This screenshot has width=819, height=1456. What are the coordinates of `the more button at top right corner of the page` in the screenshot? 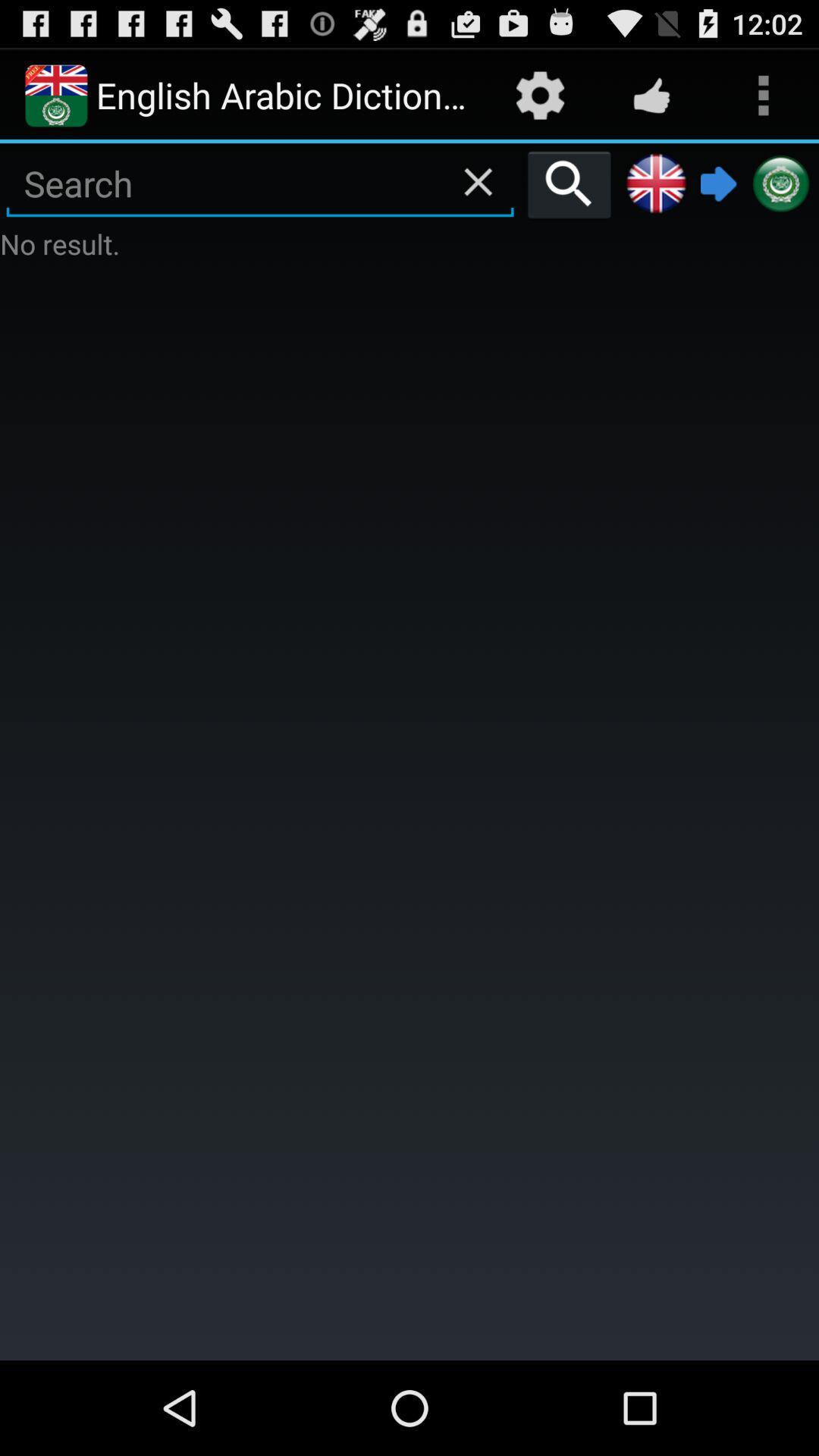 It's located at (763, 94).